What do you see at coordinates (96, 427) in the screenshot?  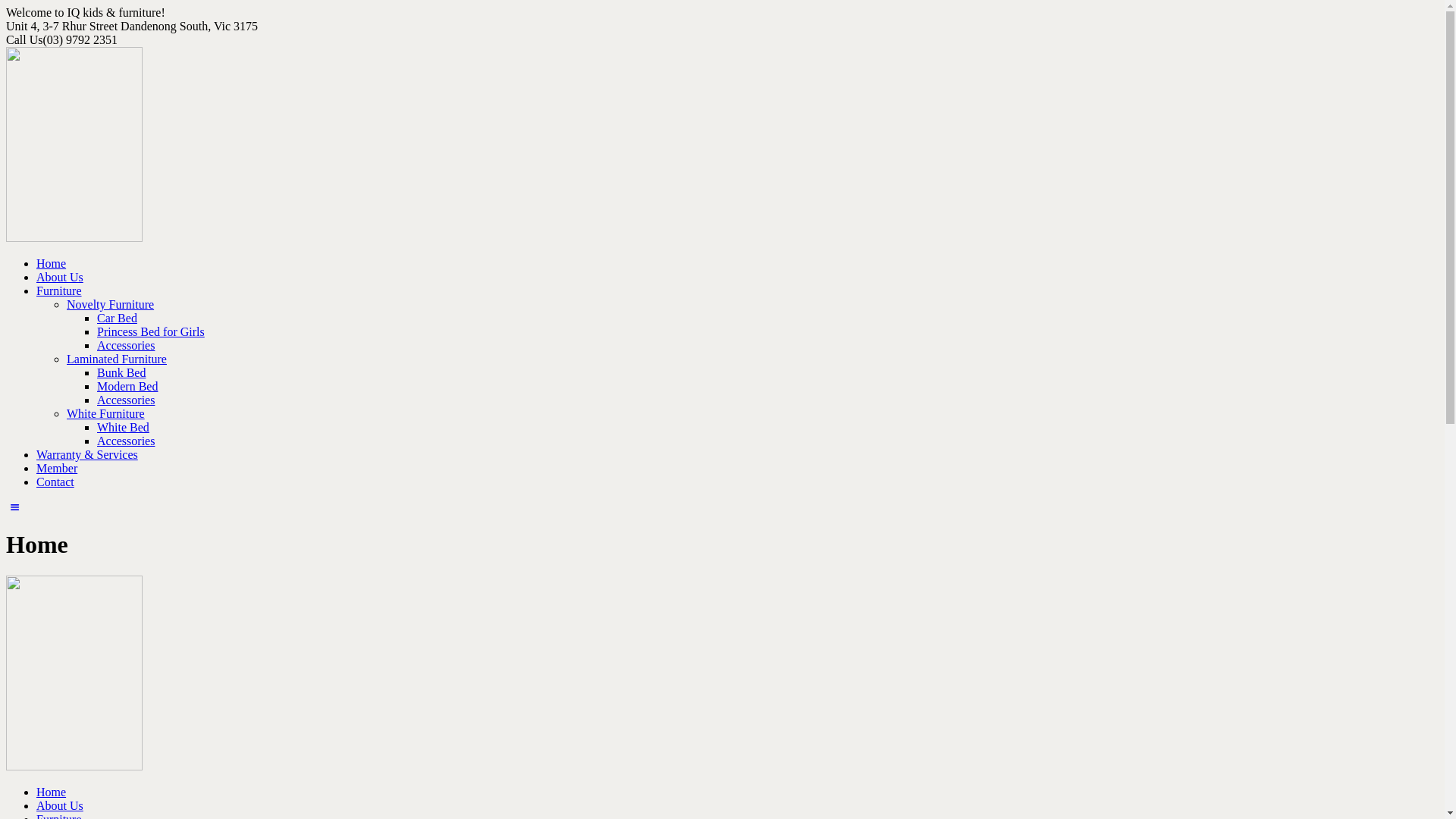 I see `'White Bed'` at bounding box center [96, 427].